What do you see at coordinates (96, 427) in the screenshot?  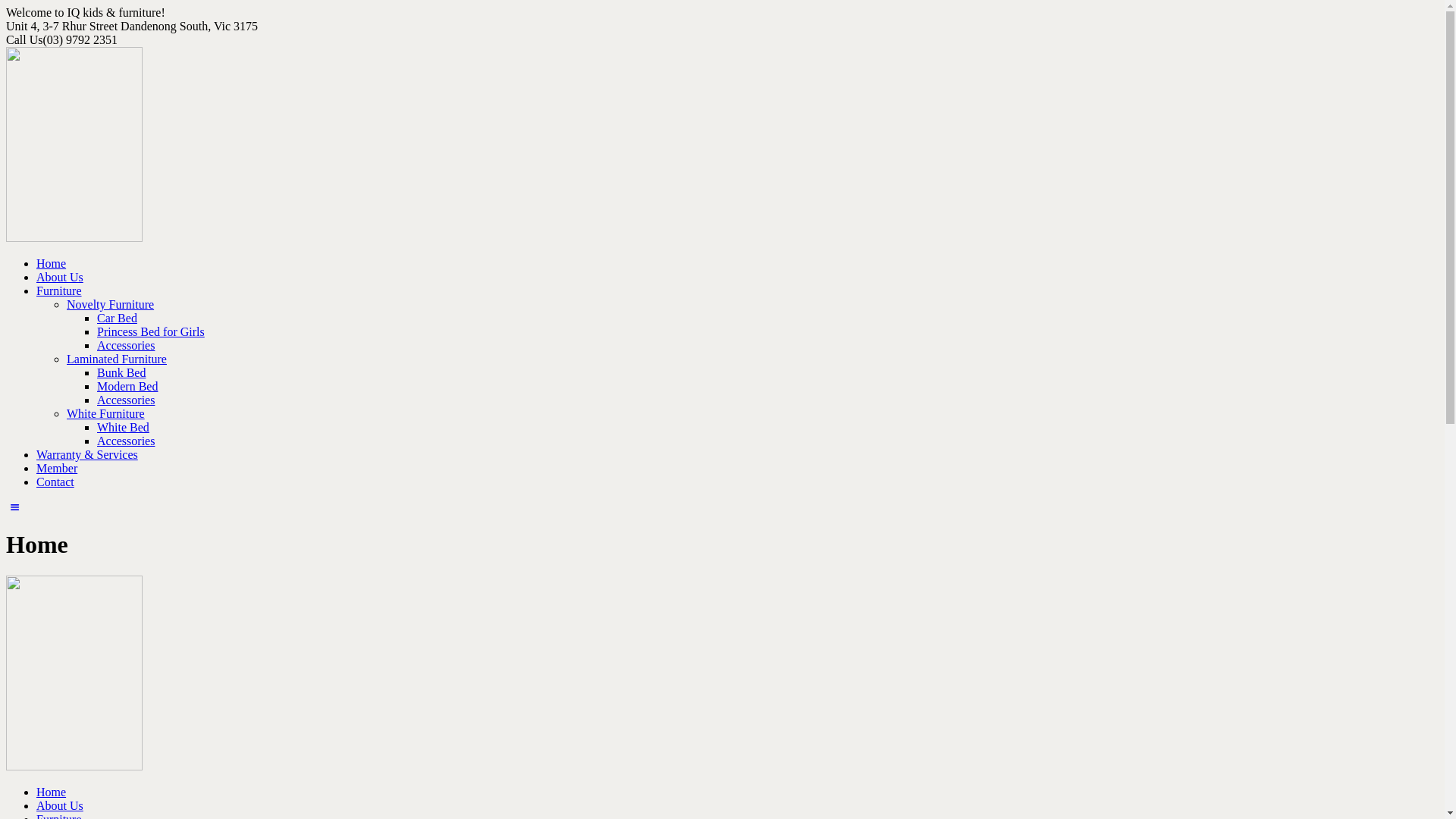 I see `'White Bed'` at bounding box center [96, 427].